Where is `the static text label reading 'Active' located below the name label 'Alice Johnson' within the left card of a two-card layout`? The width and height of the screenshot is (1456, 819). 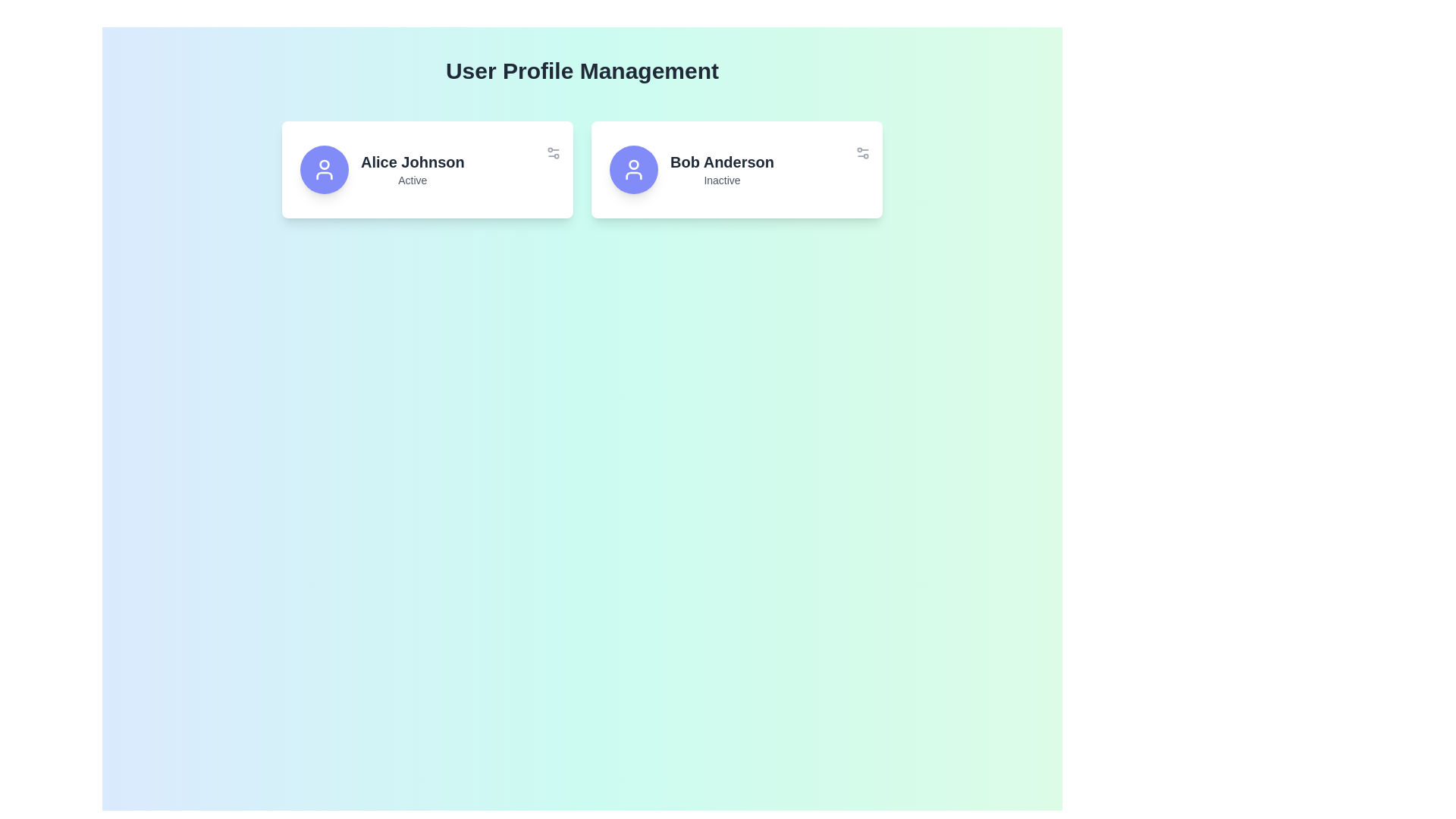
the static text label reading 'Active' located below the name label 'Alice Johnson' within the left card of a two-card layout is located at coordinates (413, 180).